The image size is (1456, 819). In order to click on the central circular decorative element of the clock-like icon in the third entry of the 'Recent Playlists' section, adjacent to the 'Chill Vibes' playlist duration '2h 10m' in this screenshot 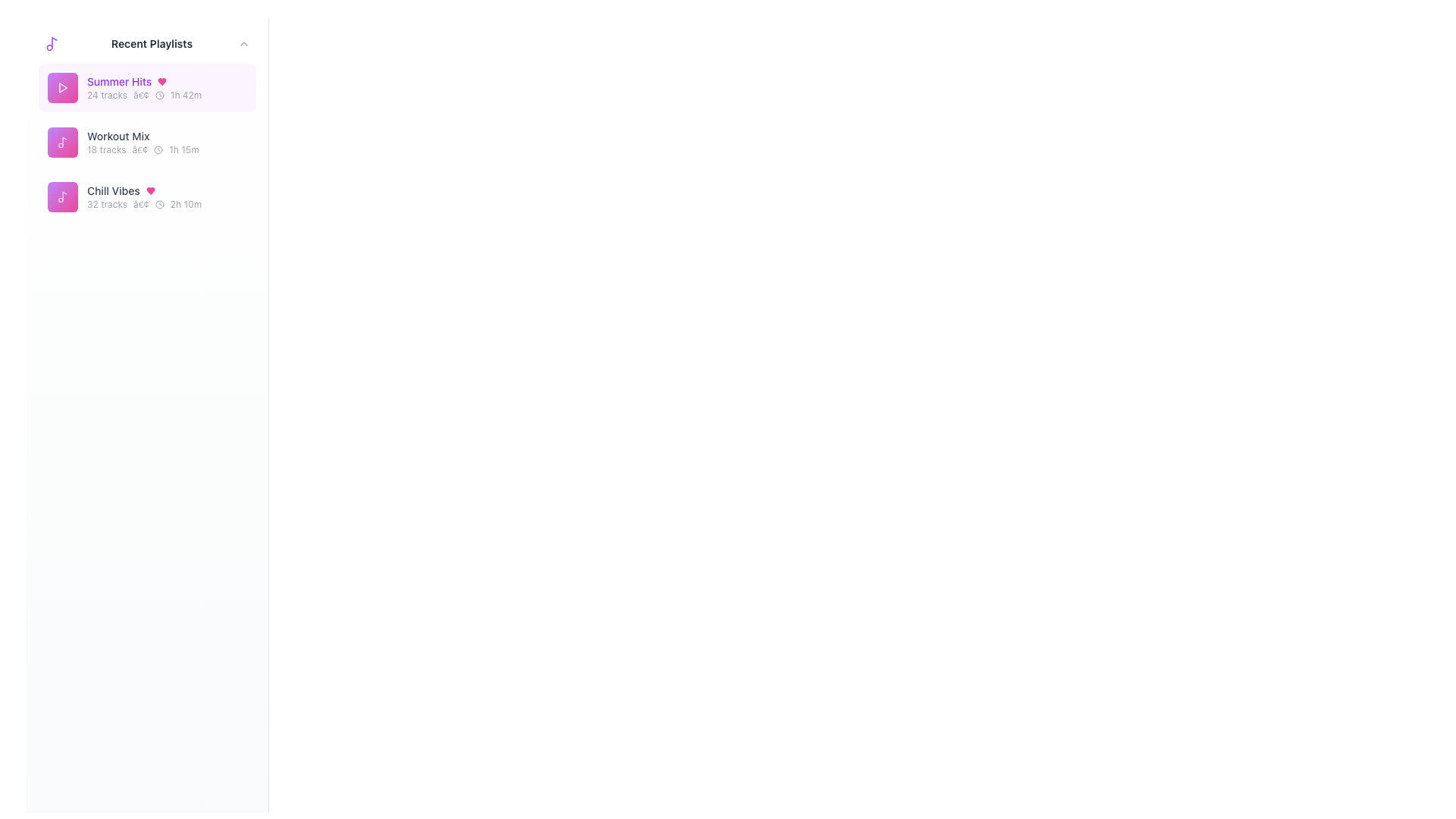, I will do `click(159, 205)`.